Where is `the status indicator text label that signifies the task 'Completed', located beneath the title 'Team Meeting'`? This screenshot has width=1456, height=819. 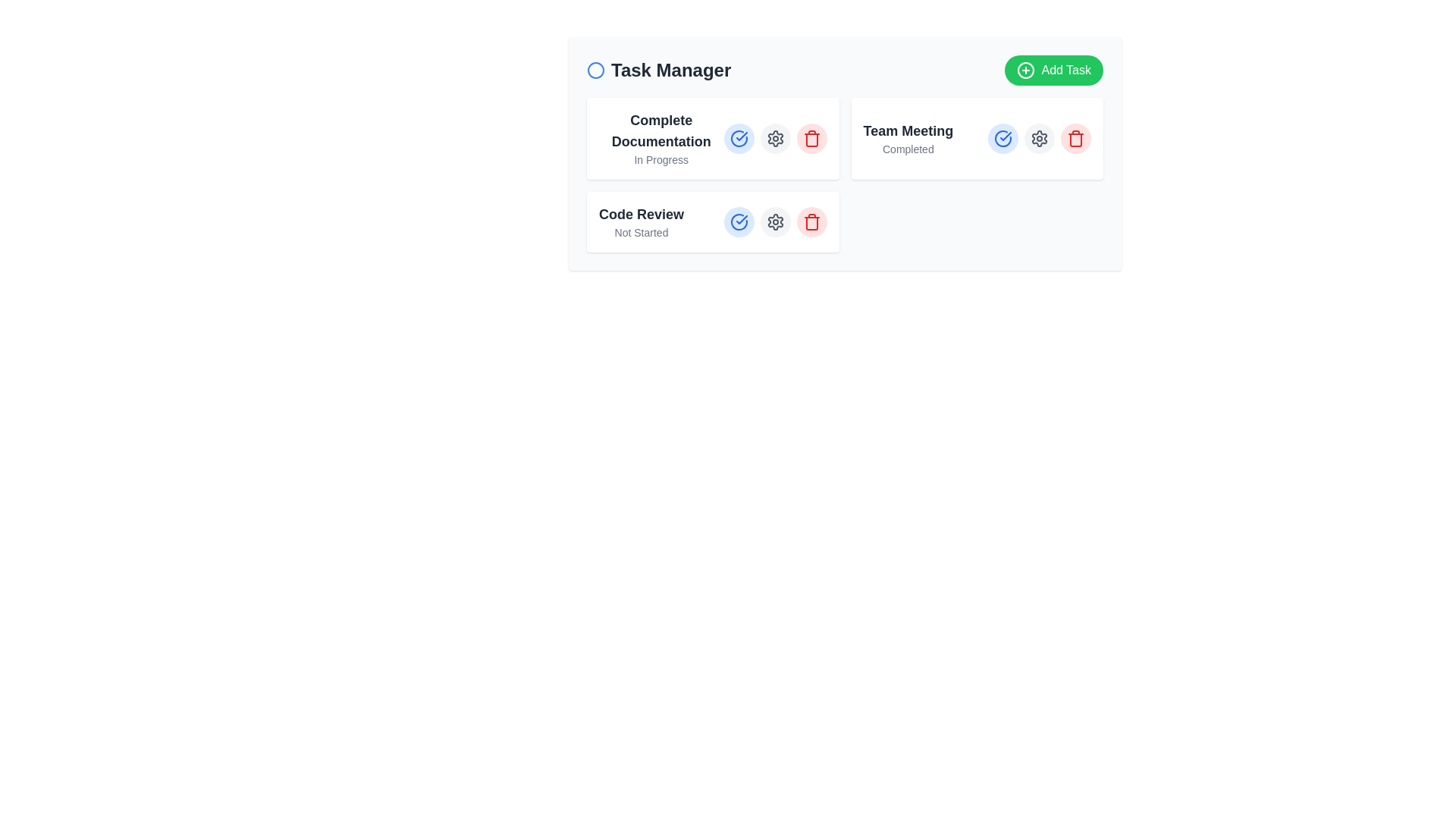 the status indicator text label that signifies the task 'Completed', located beneath the title 'Team Meeting' is located at coordinates (908, 149).